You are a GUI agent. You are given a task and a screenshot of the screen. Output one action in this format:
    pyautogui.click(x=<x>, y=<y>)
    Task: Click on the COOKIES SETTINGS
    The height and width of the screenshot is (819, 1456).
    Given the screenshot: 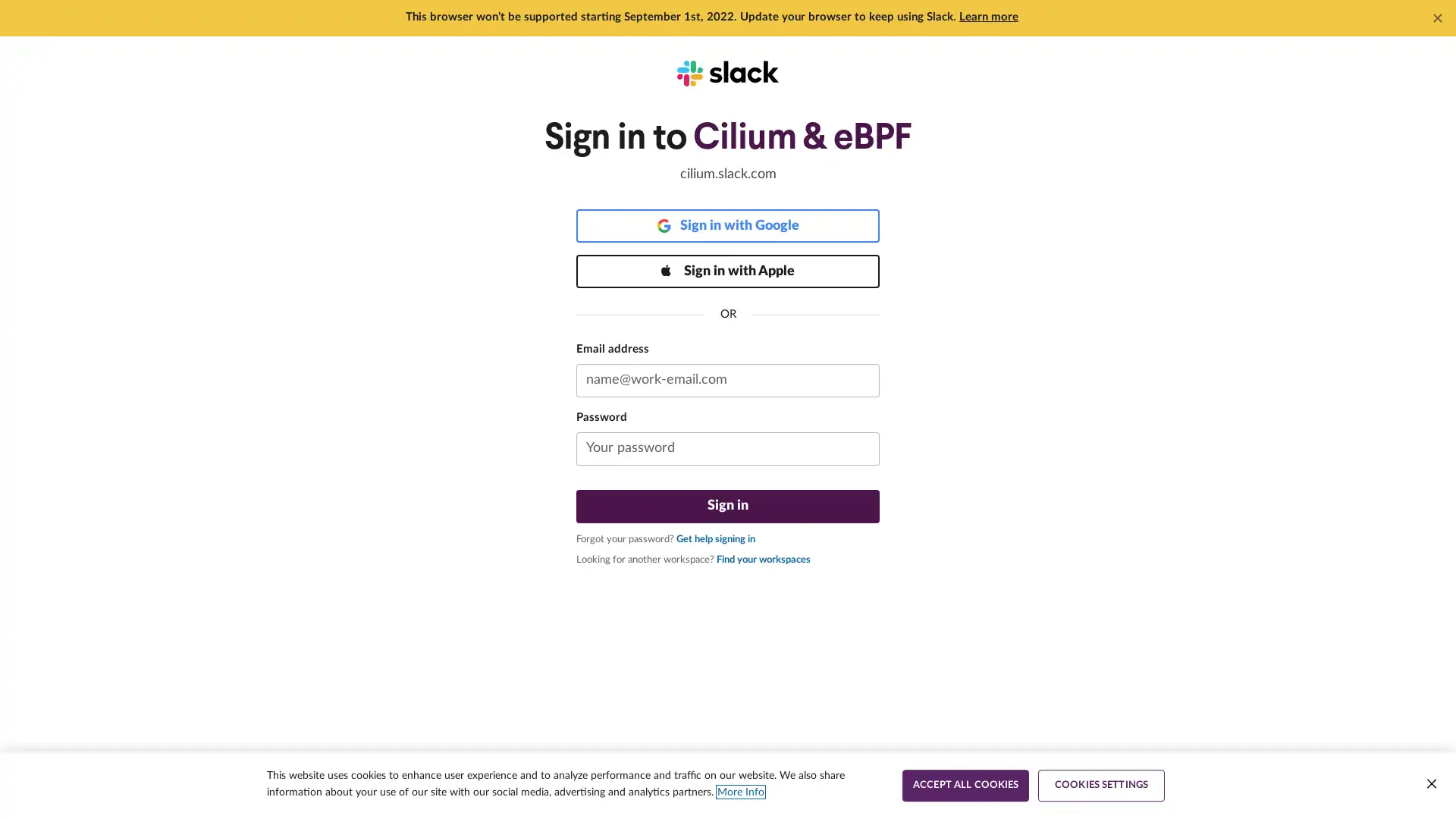 What is the action you would take?
    pyautogui.click(x=1101, y=785)
    